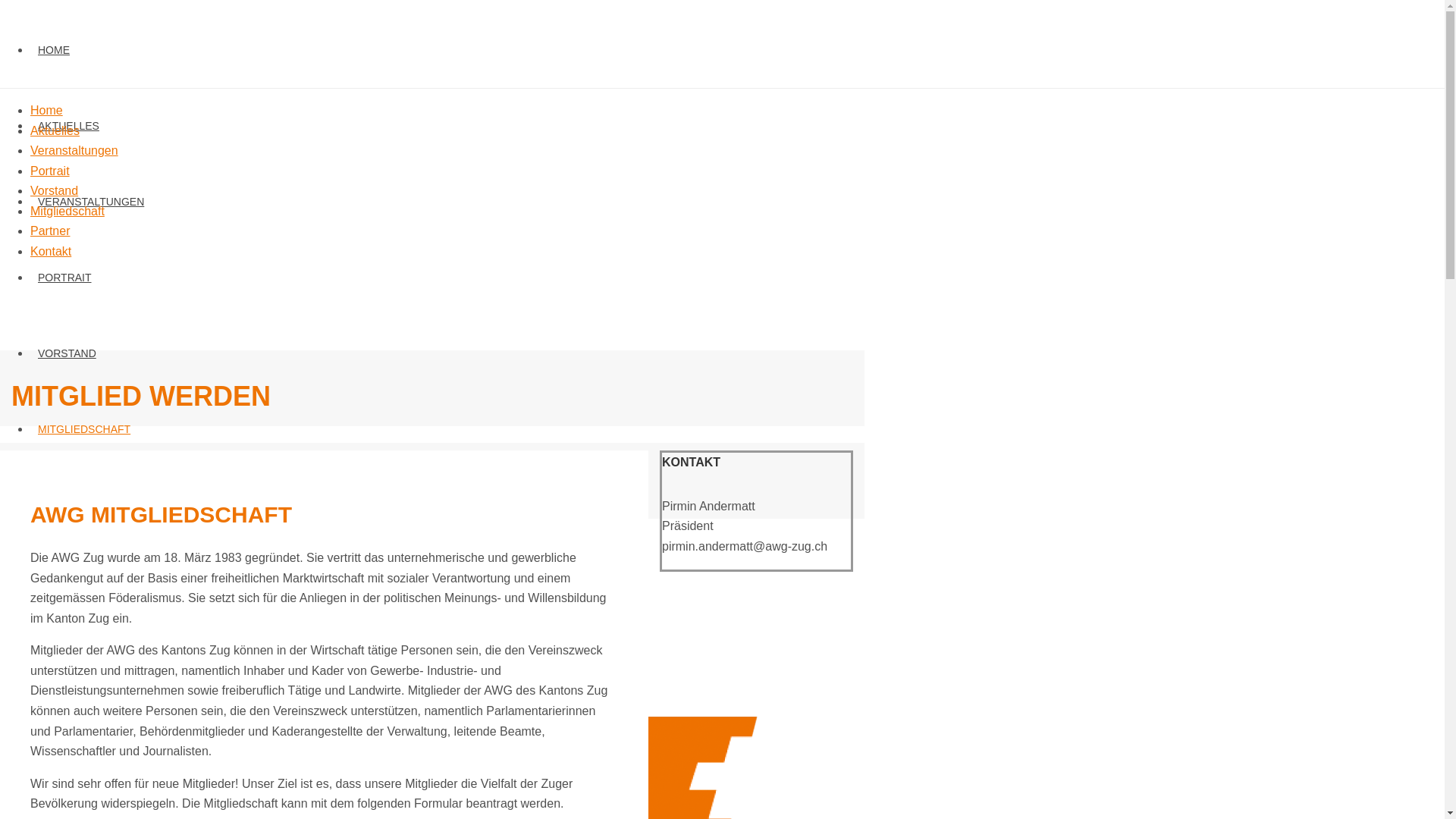 The width and height of the screenshot is (1456, 819). What do you see at coordinates (61, 580) in the screenshot?
I see `'KONTAKT'` at bounding box center [61, 580].